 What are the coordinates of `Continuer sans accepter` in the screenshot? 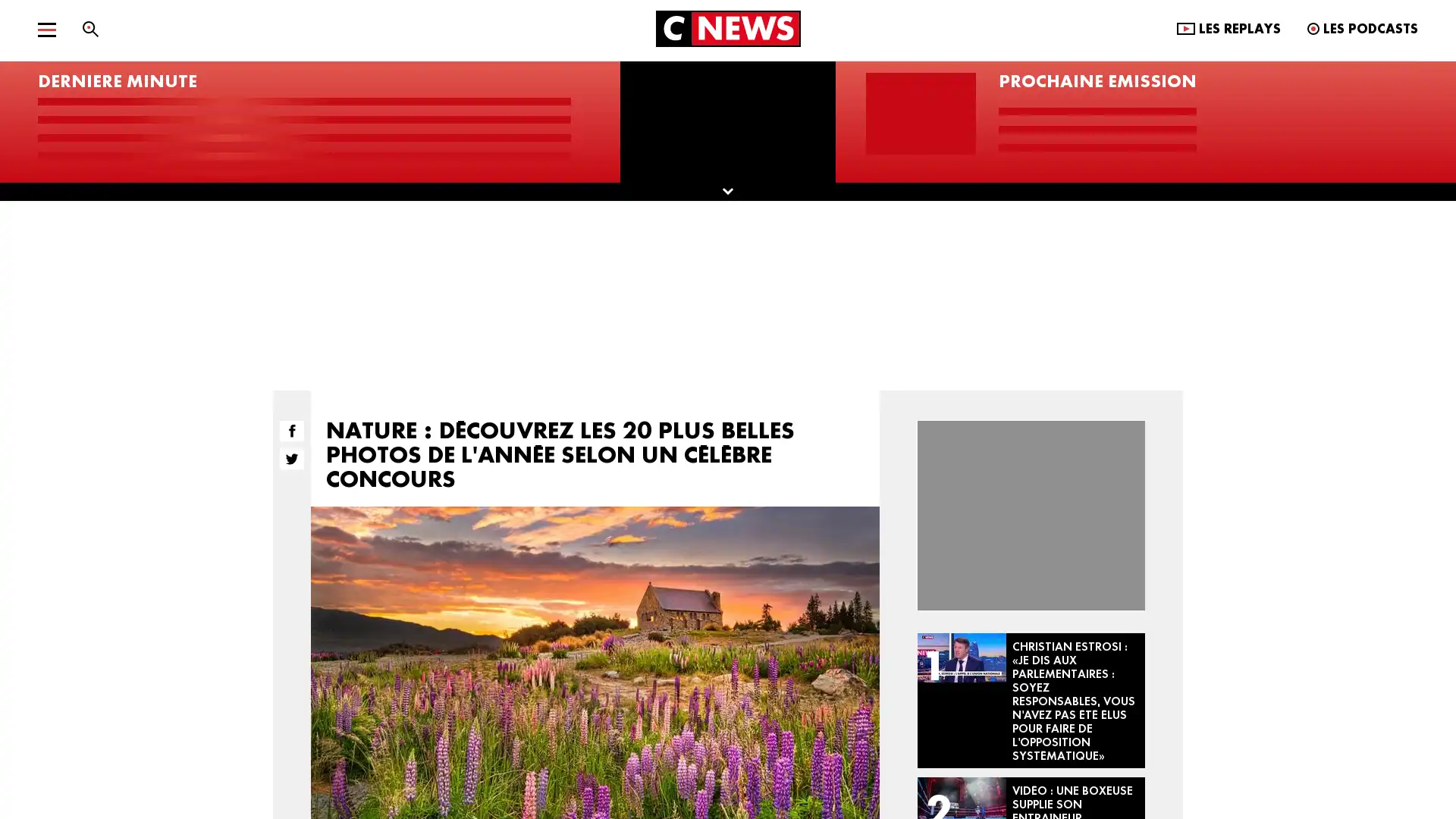 It's located at (894, 234).